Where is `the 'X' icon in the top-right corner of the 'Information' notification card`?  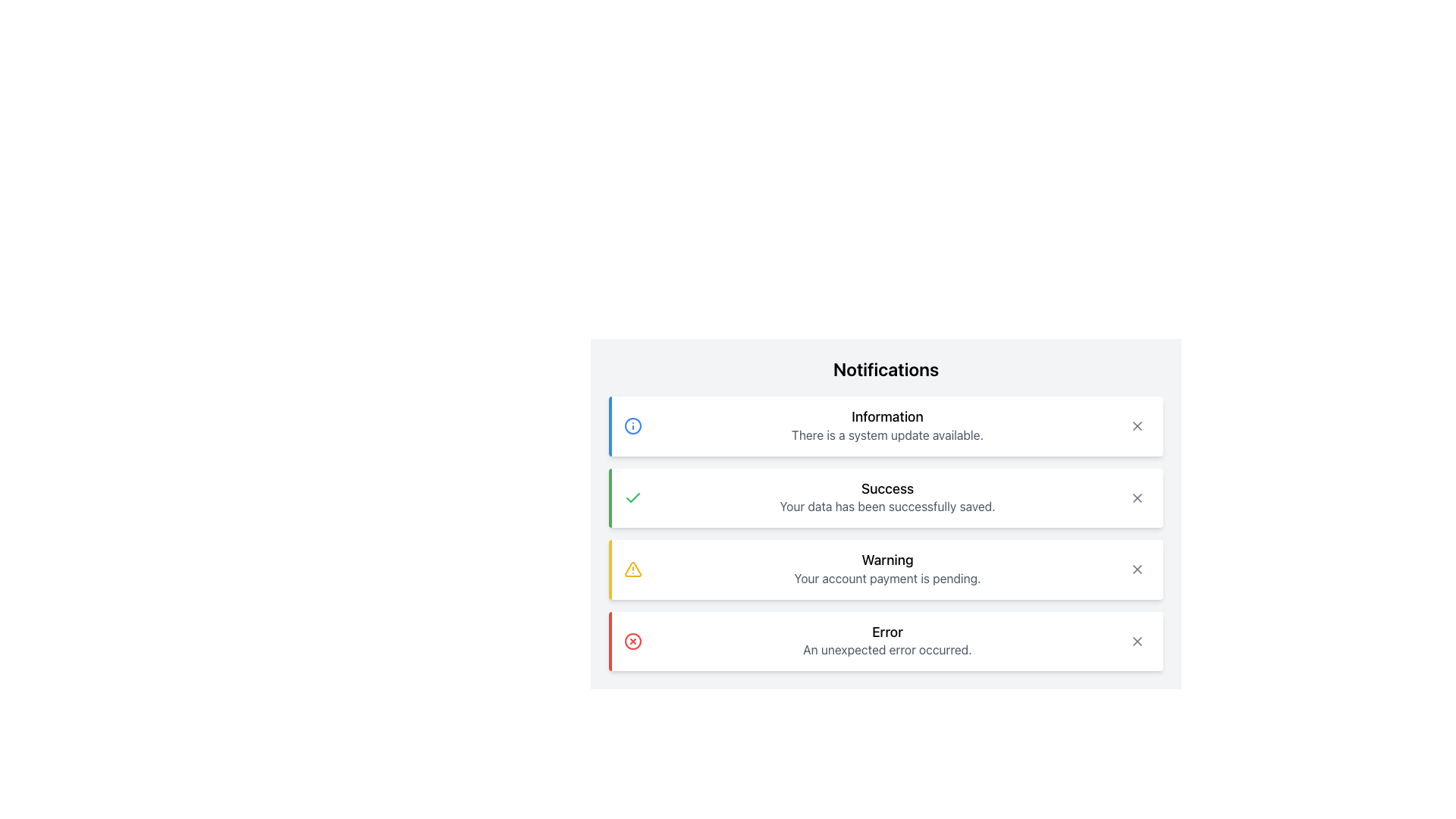
the 'X' icon in the top-right corner of the 'Information' notification card is located at coordinates (1137, 426).